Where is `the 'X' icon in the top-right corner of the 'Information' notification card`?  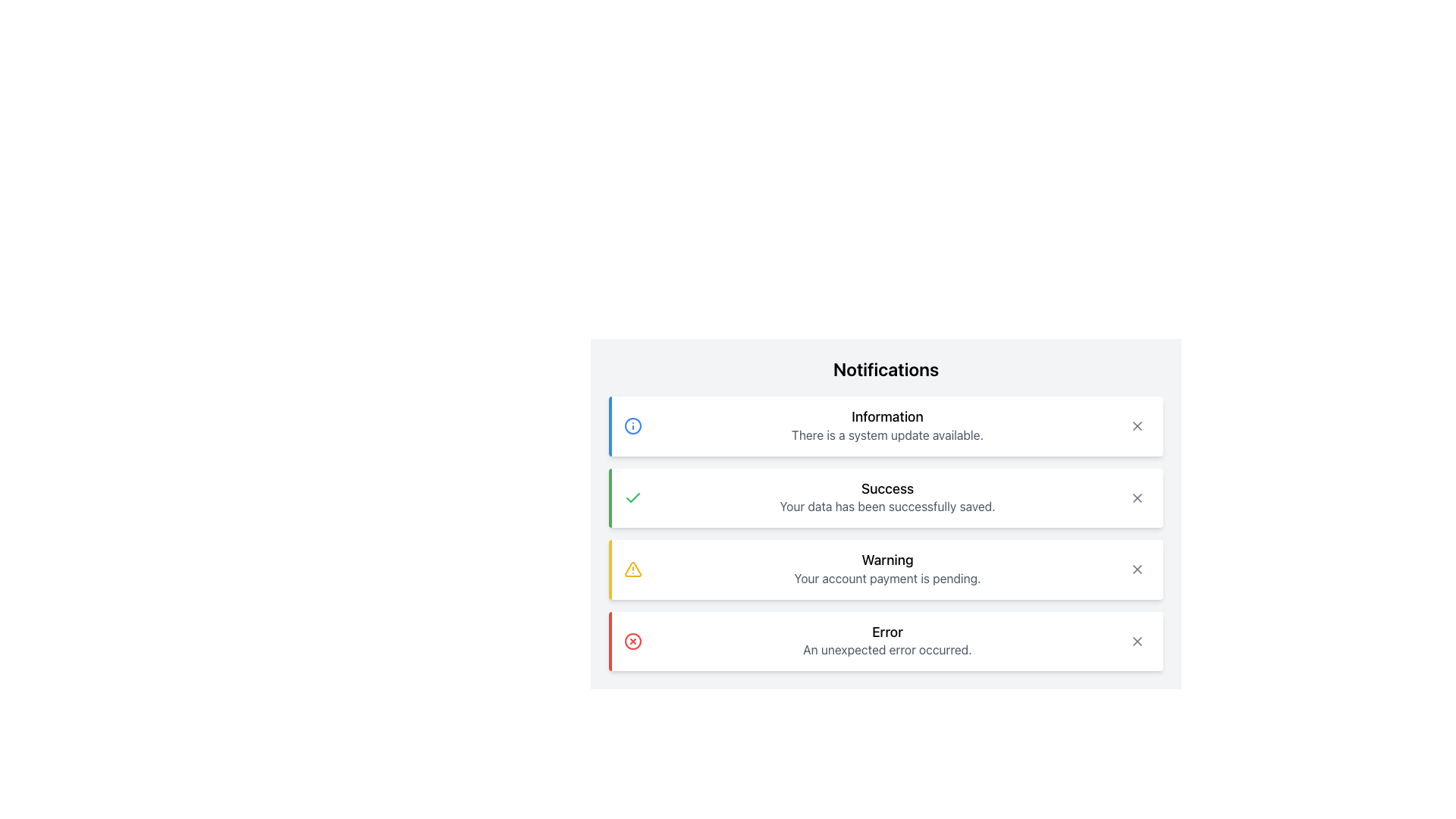
the 'X' icon in the top-right corner of the 'Information' notification card is located at coordinates (1137, 426).